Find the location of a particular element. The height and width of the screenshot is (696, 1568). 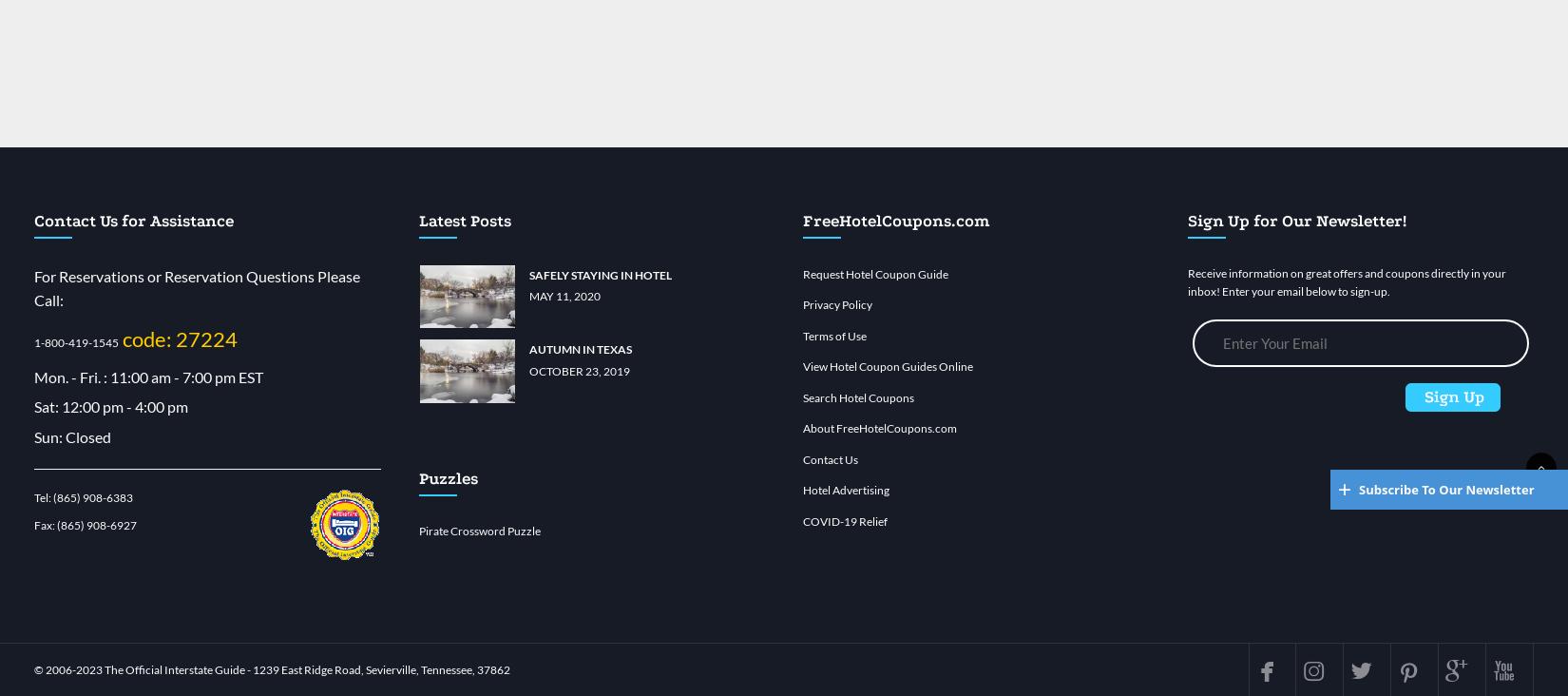

'Pirate Crossword Puzzle' is located at coordinates (478, 529).